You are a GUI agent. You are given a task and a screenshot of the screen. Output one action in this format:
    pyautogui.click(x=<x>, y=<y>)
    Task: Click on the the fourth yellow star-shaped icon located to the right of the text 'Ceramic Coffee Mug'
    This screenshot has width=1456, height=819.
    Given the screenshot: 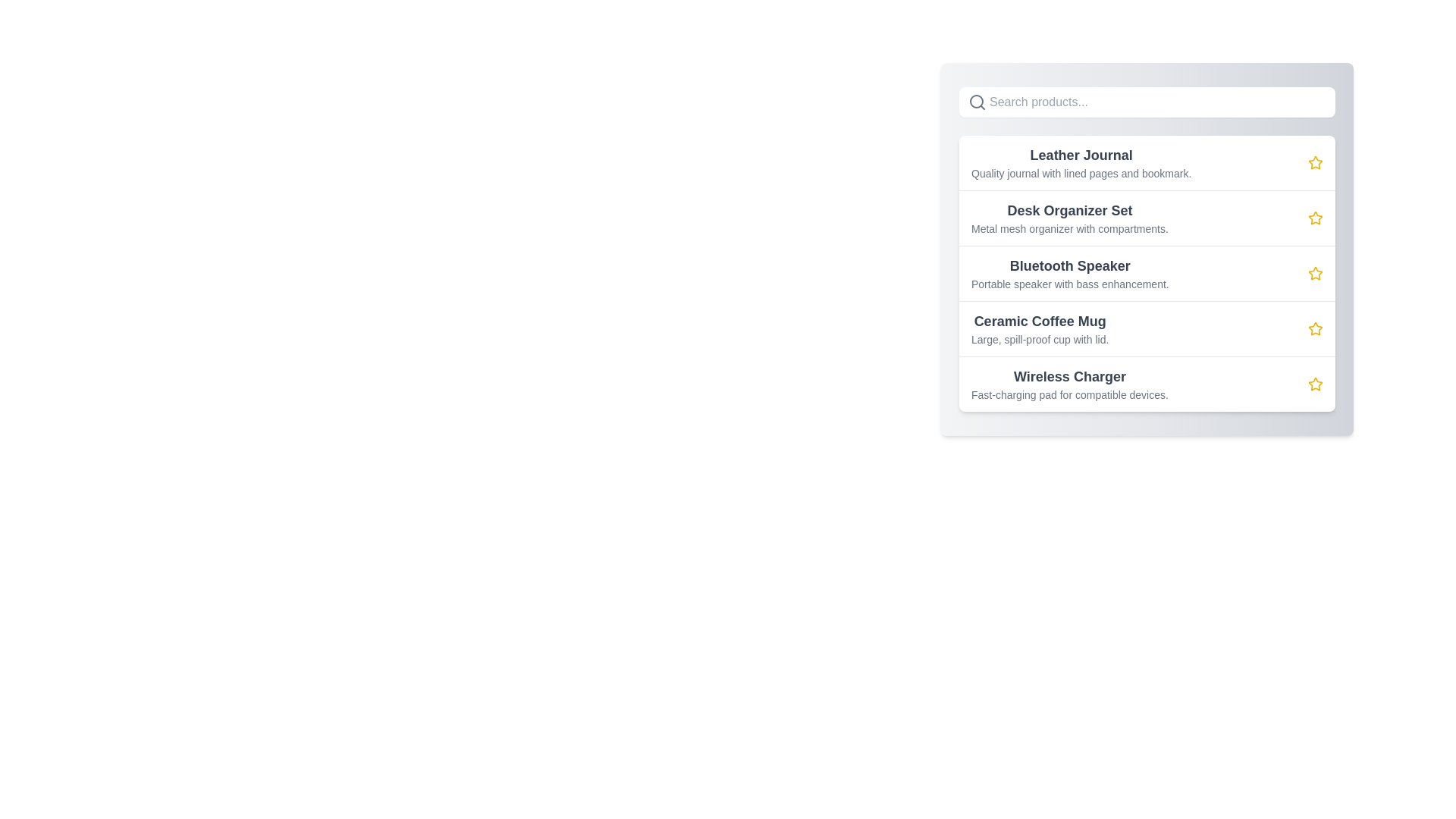 What is the action you would take?
    pyautogui.click(x=1314, y=328)
    